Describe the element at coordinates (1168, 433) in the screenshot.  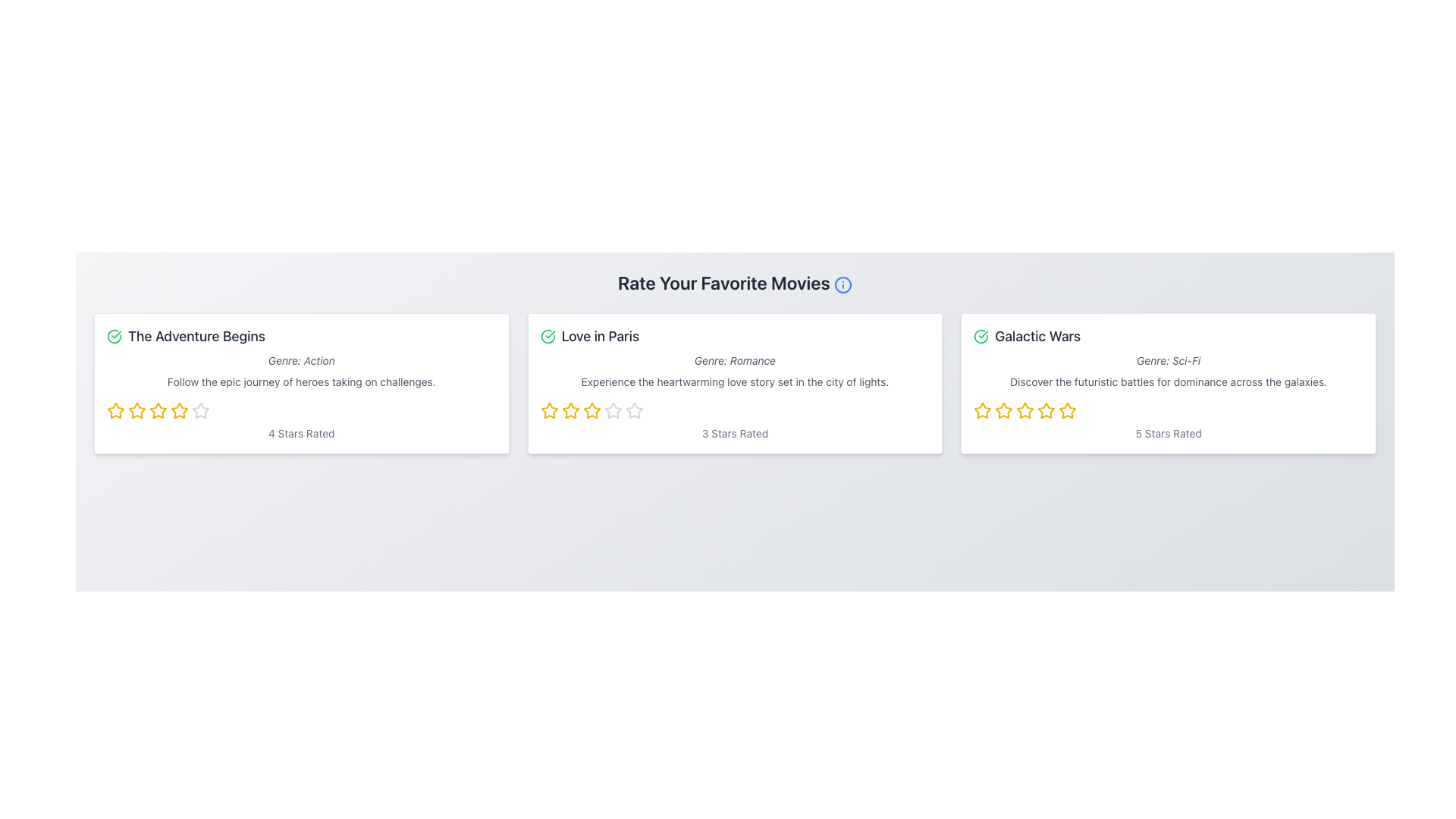
I see `the text label that displays the rating score for the content in the 'Galactic Wars' card, located below the yellow stars` at that location.